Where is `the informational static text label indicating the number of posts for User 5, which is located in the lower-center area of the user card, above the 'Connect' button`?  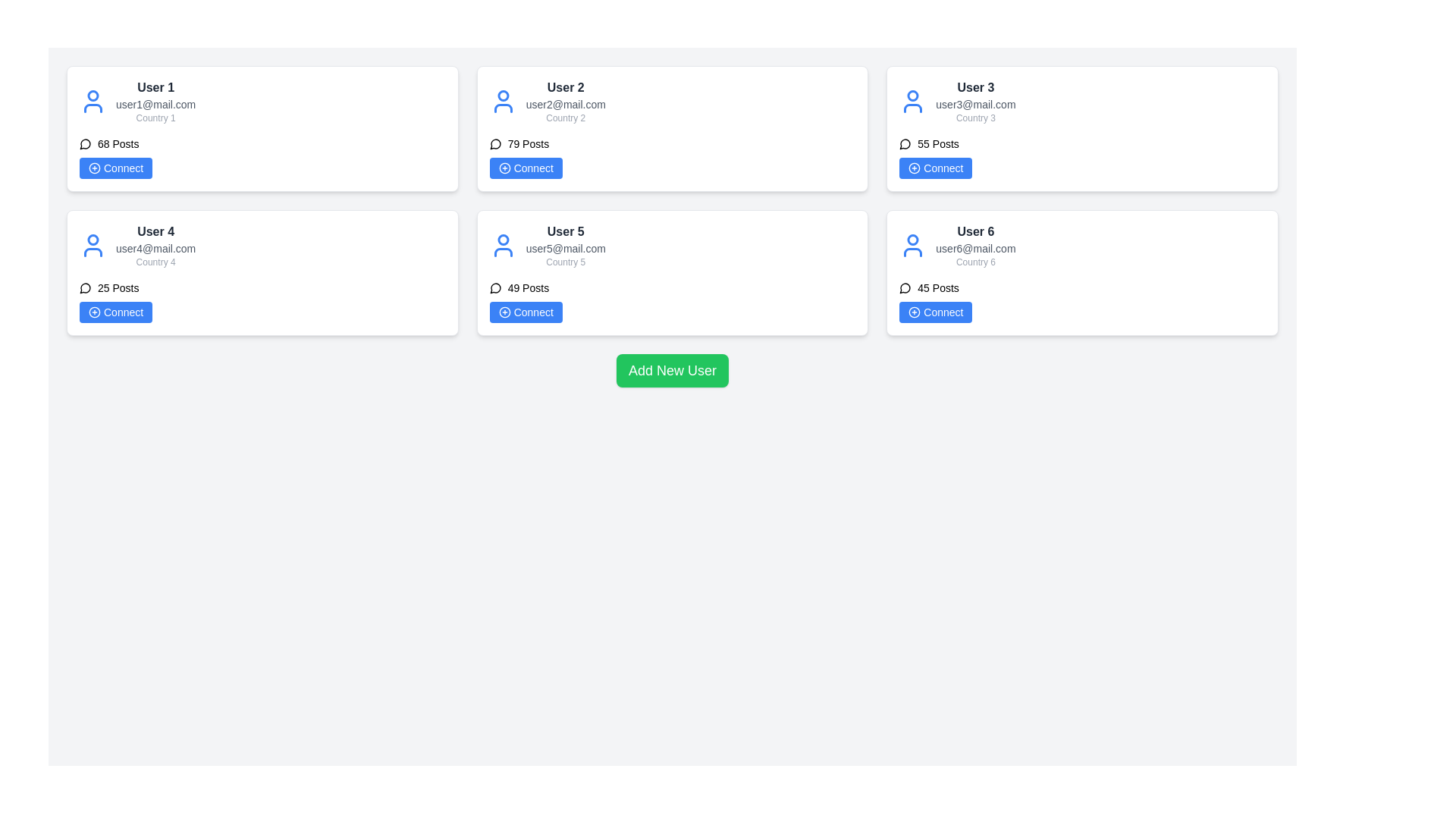
the informational static text label indicating the number of posts for User 5, which is located in the lower-center area of the user card, above the 'Connect' button is located at coordinates (528, 288).